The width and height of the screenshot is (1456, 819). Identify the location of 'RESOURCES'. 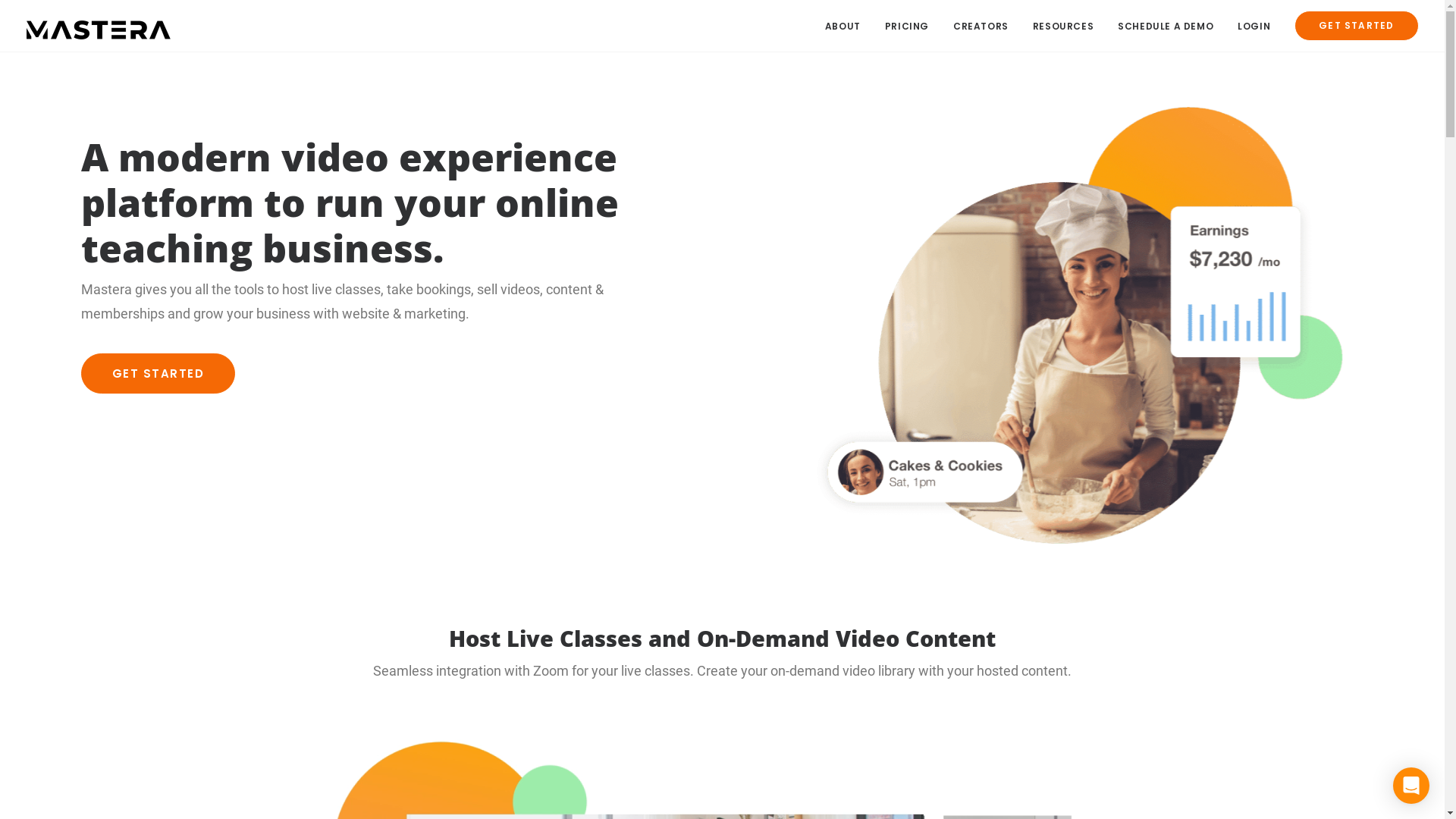
(1062, 26).